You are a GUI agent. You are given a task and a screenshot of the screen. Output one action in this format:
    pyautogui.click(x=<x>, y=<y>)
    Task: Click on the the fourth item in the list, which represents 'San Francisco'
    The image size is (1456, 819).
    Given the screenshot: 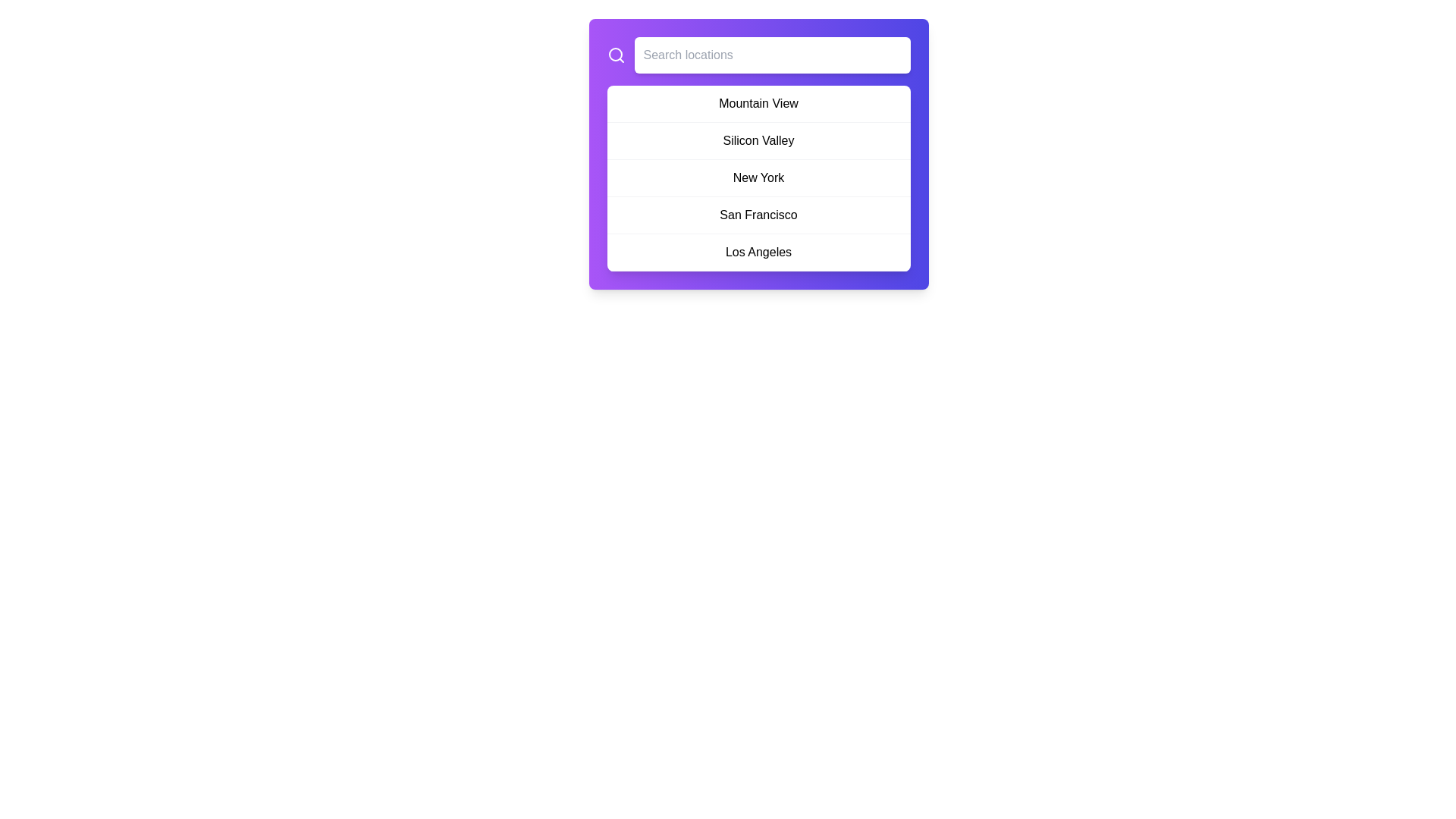 What is the action you would take?
    pyautogui.click(x=758, y=215)
    